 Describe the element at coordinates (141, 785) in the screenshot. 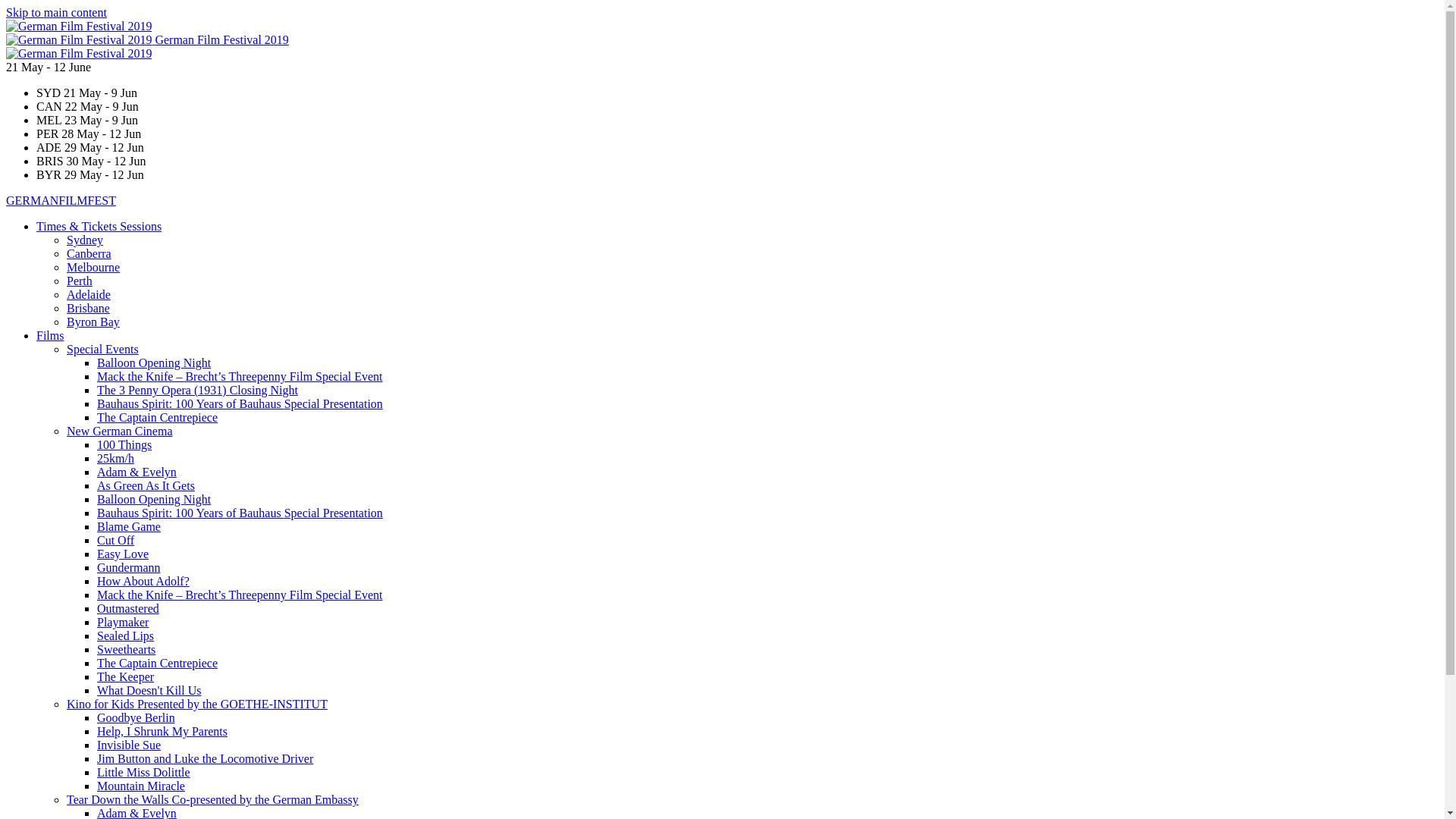

I see `'Mountain Miracle'` at that location.